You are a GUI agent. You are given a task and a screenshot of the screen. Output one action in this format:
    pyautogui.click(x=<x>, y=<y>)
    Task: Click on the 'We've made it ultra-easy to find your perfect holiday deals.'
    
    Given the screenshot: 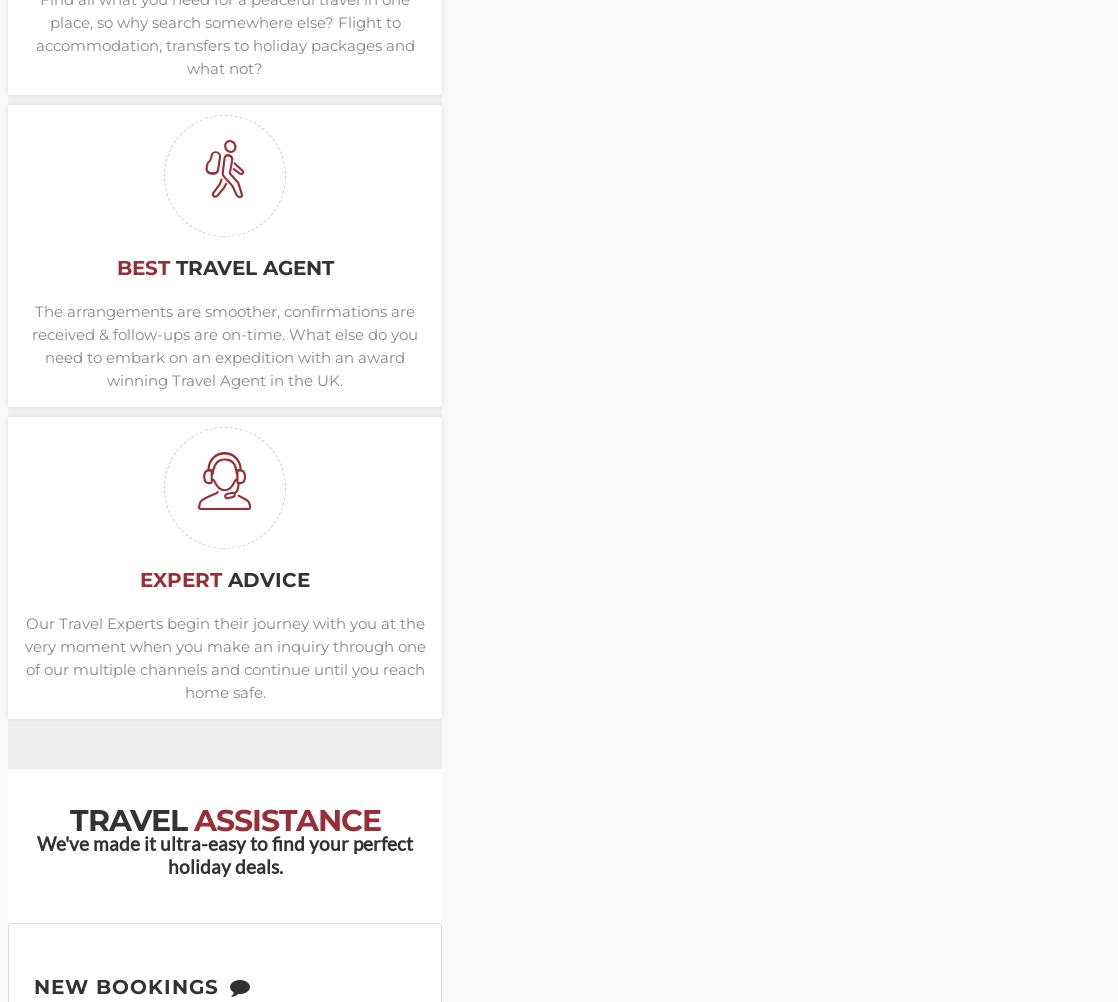 What is the action you would take?
    pyautogui.click(x=225, y=855)
    